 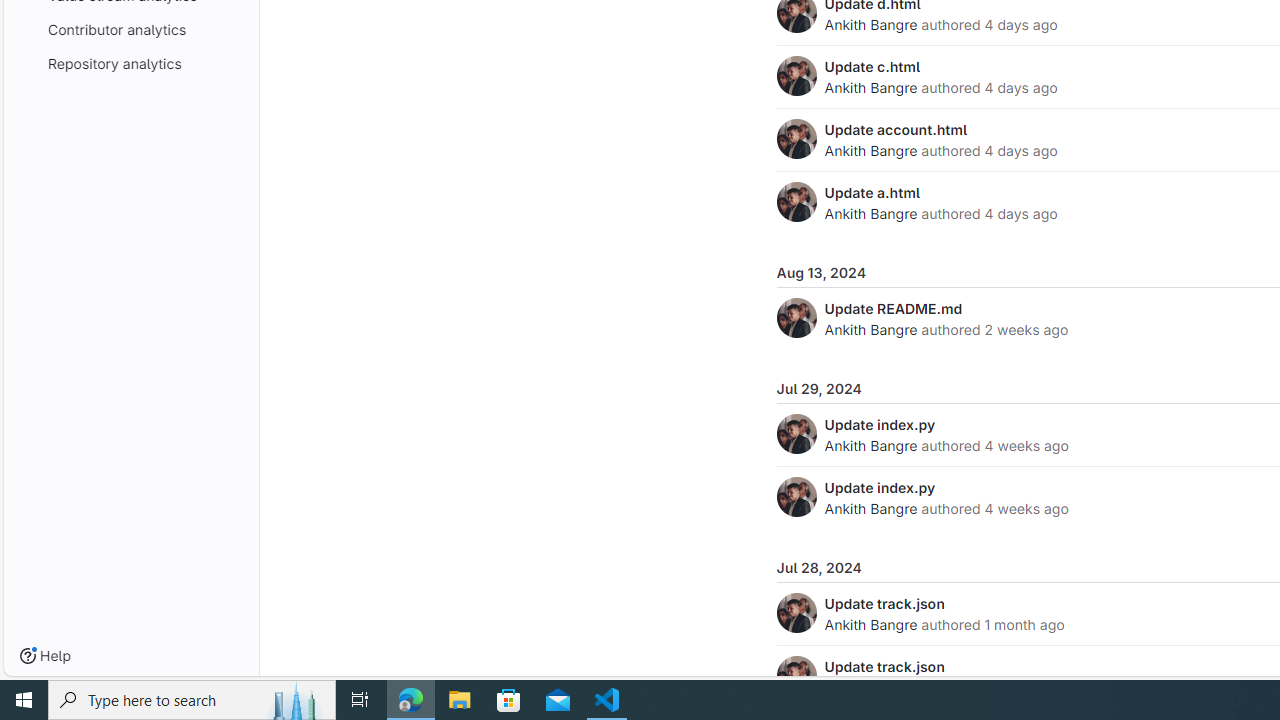 I want to click on 'Update account.html', so click(x=895, y=129).